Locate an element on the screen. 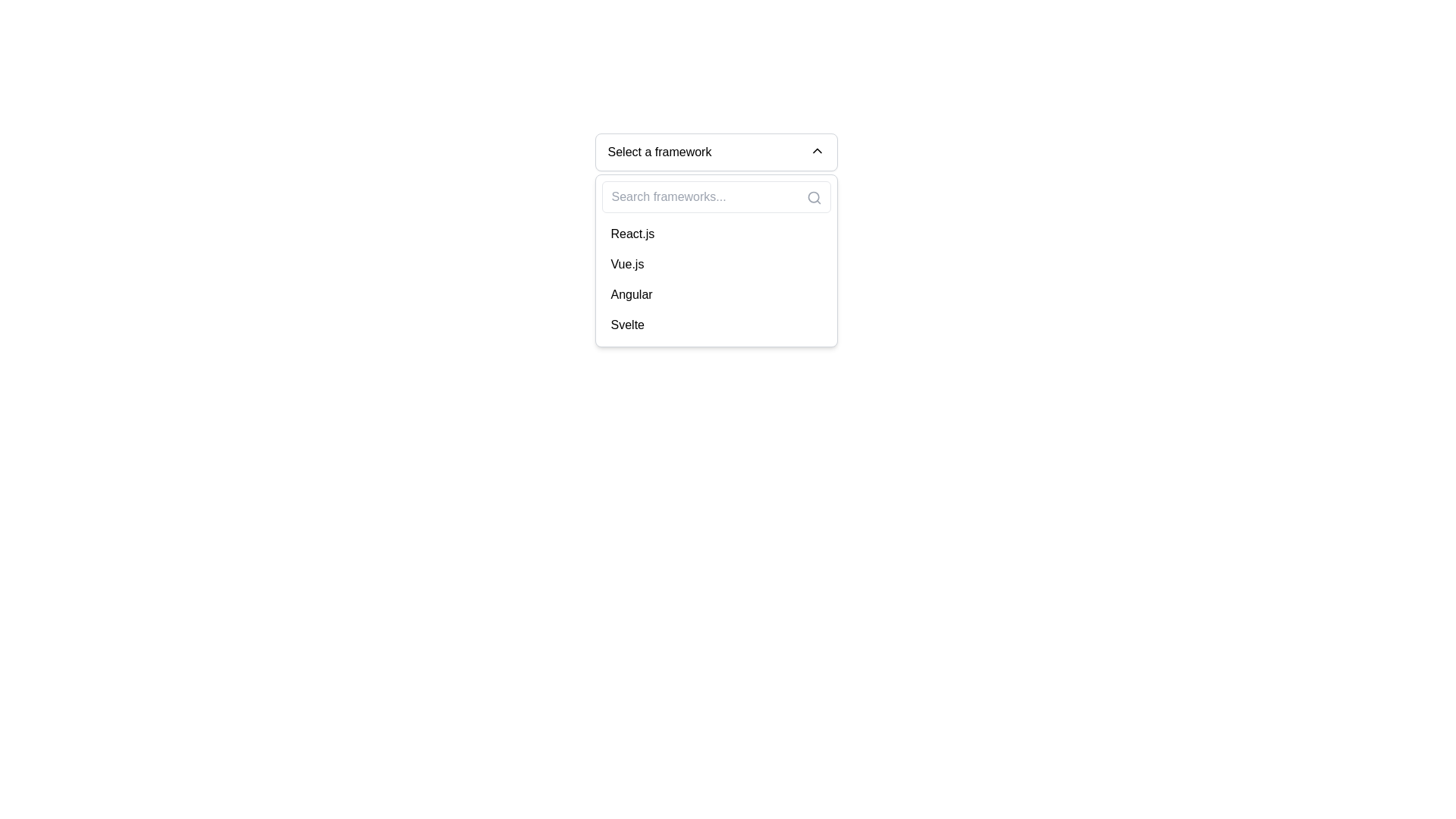  the 'Svelte' option in the dropdown menu, which is the last item in the list following 'React.js', 'Vue.js', and 'Angular' is located at coordinates (627, 324).